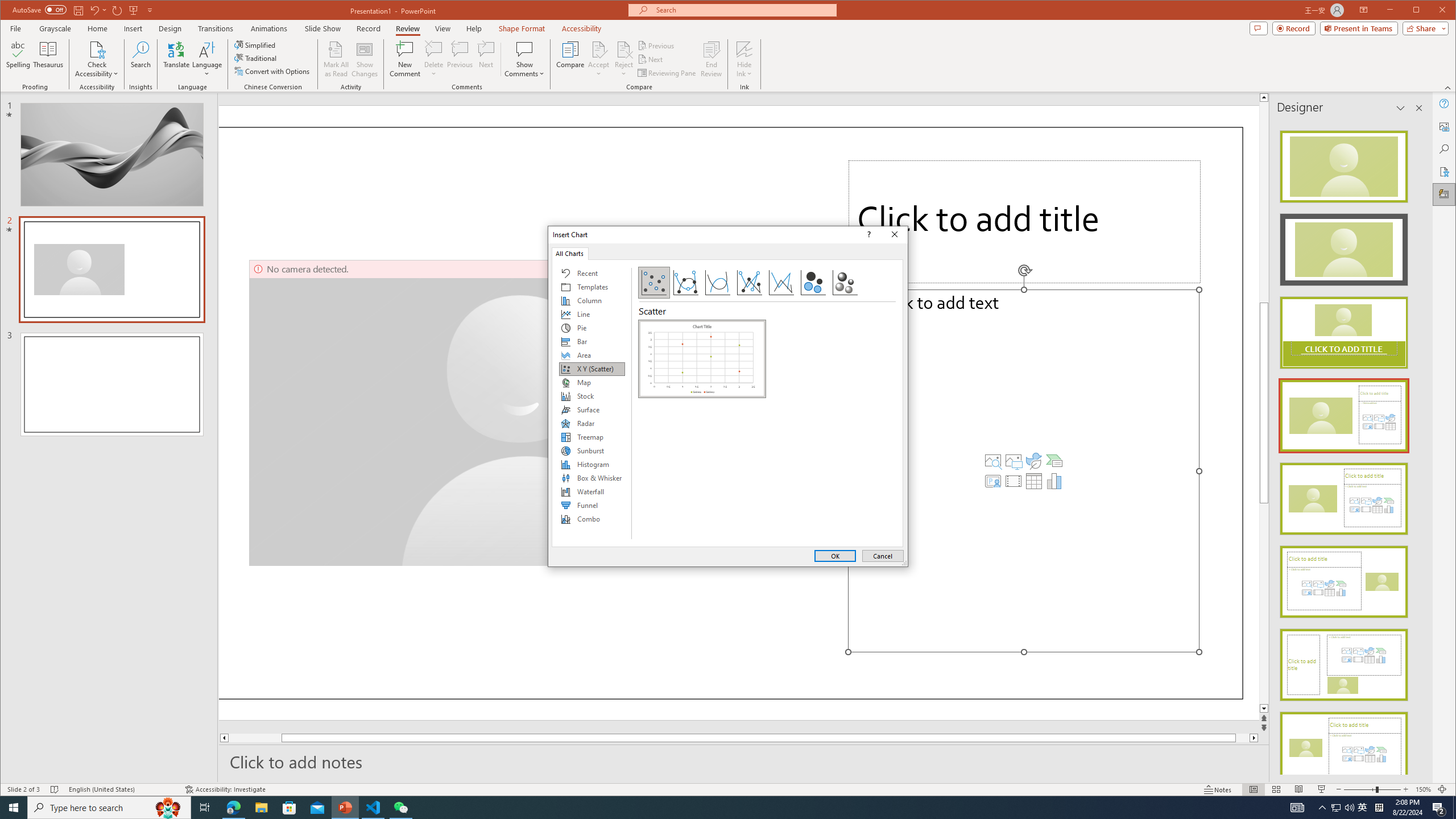  Describe the element at coordinates (667, 72) in the screenshot. I see `'Reviewing Pane'` at that location.